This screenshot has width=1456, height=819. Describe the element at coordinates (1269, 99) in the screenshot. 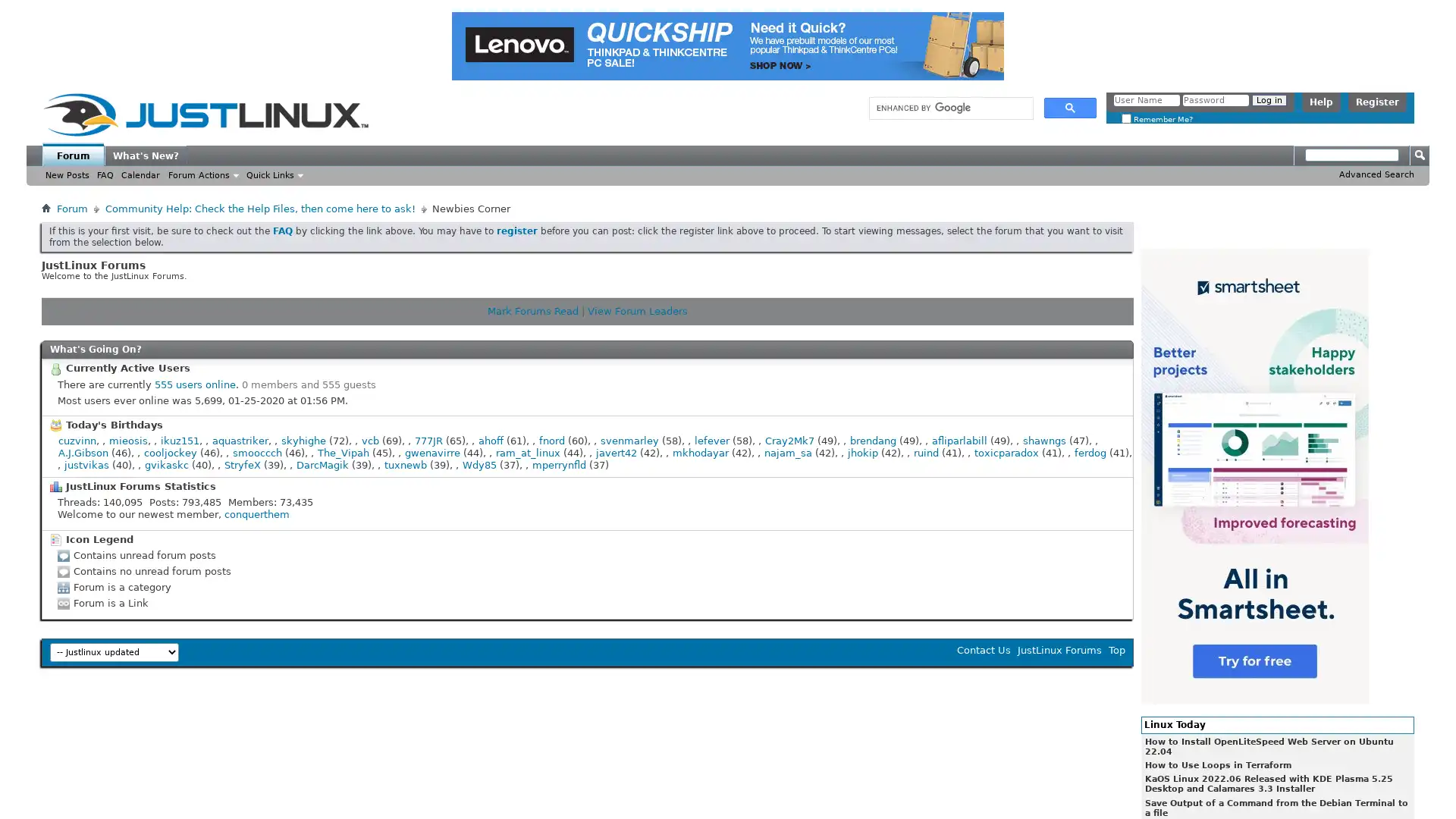

I see `Log in` at that location.